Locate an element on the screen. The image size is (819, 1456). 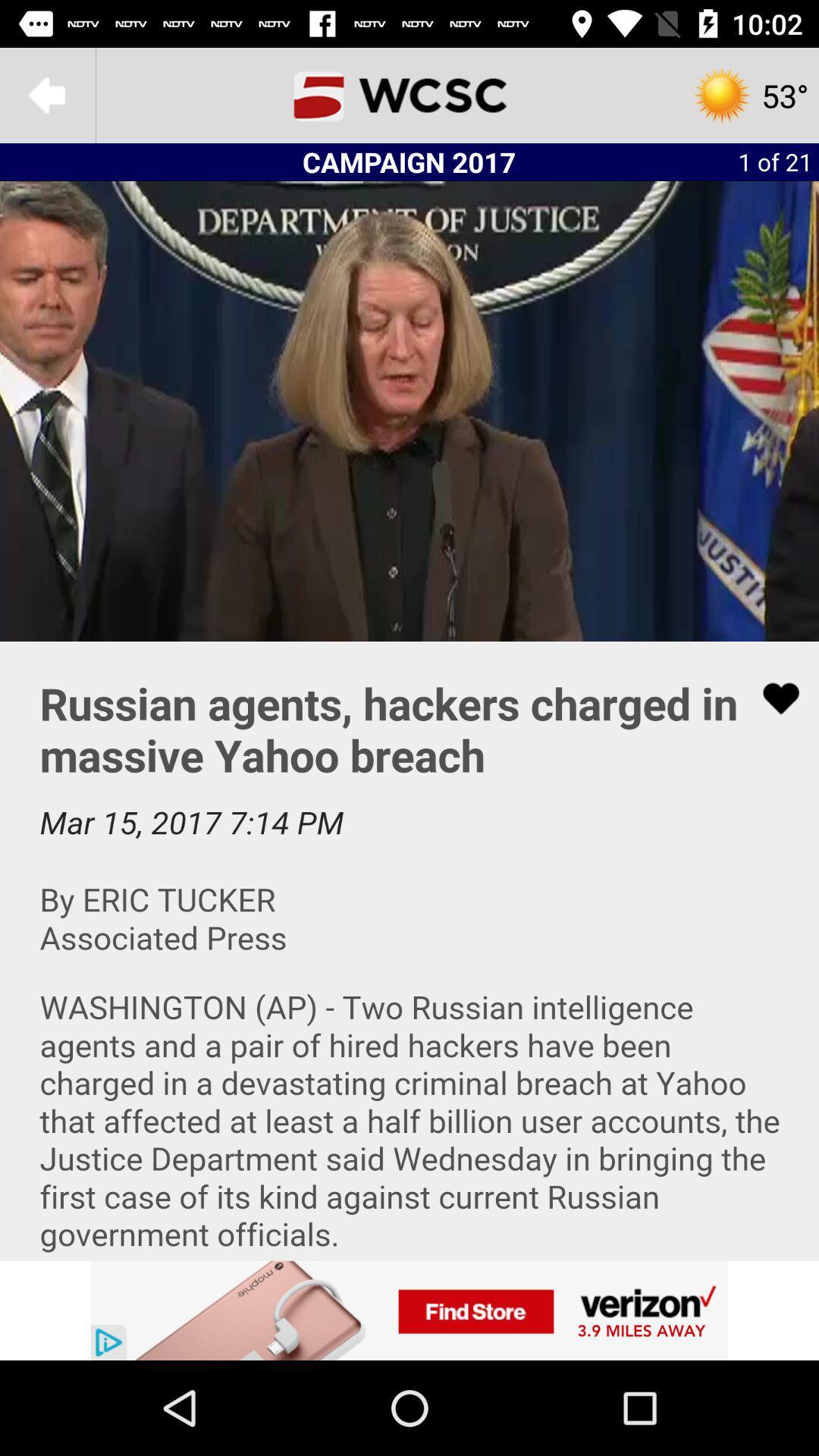
the arrow_backward icon is located at coordinates (46, 94).